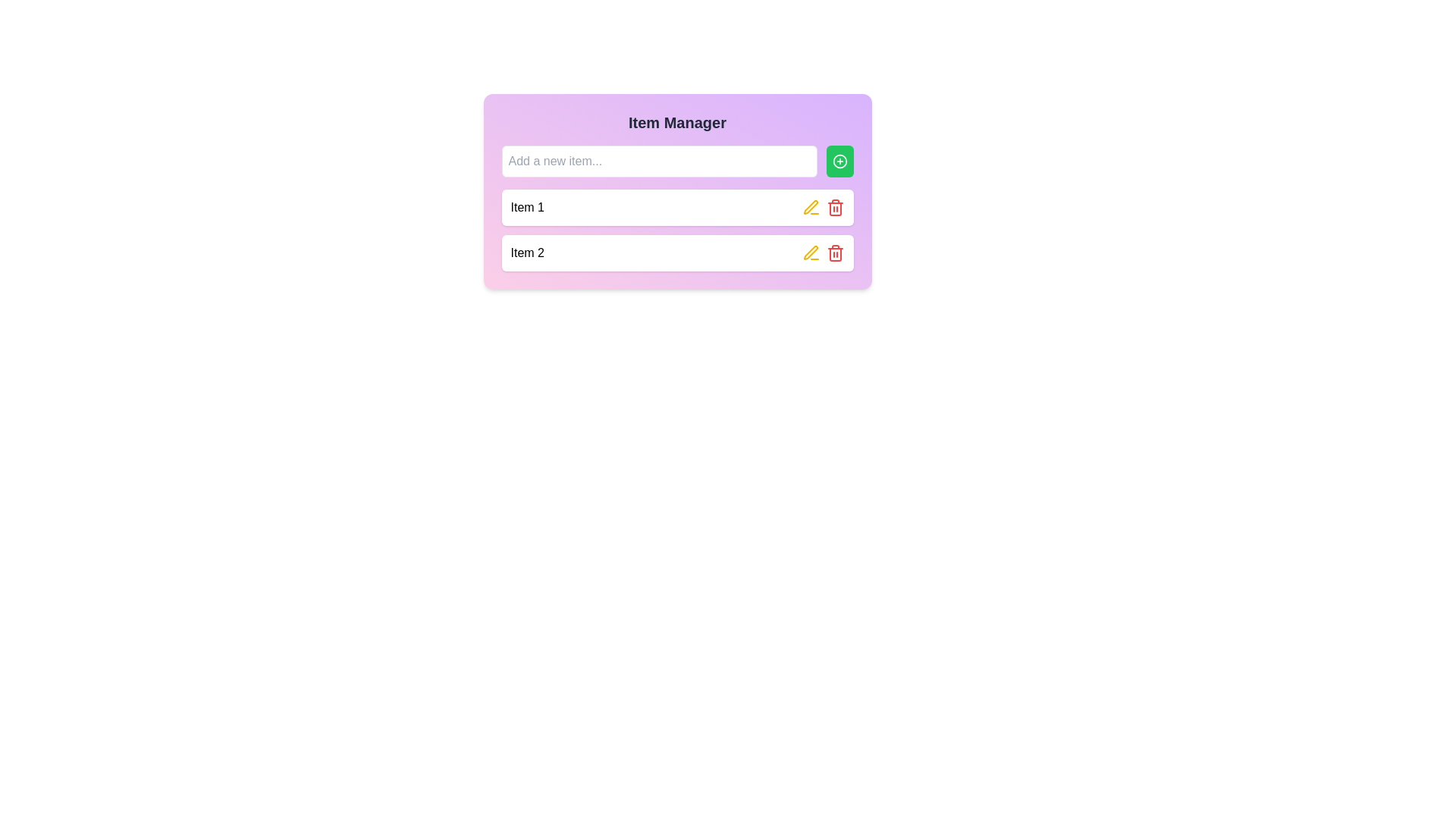 The height and width of the screenshot is (819, 1456). I want to click on the plus button in the 'Item Manager' card, so click(676, 161).